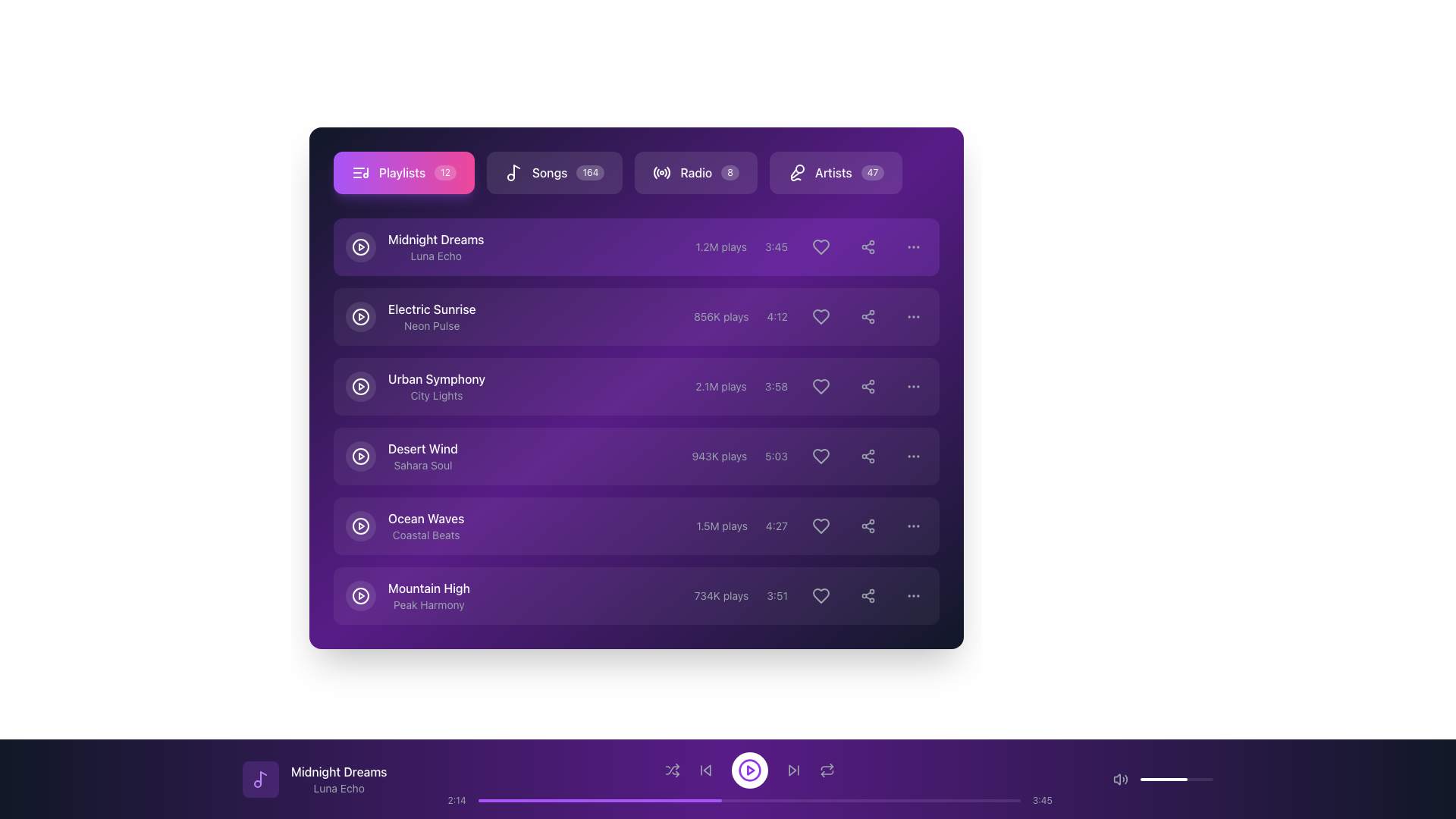  What do you see at coordinates (405, 526) in the screenshot?
I see `the label for the song 'Ocean Waves' with the subtitle 'Coastal Beats'` at bounding box center [405, 526].